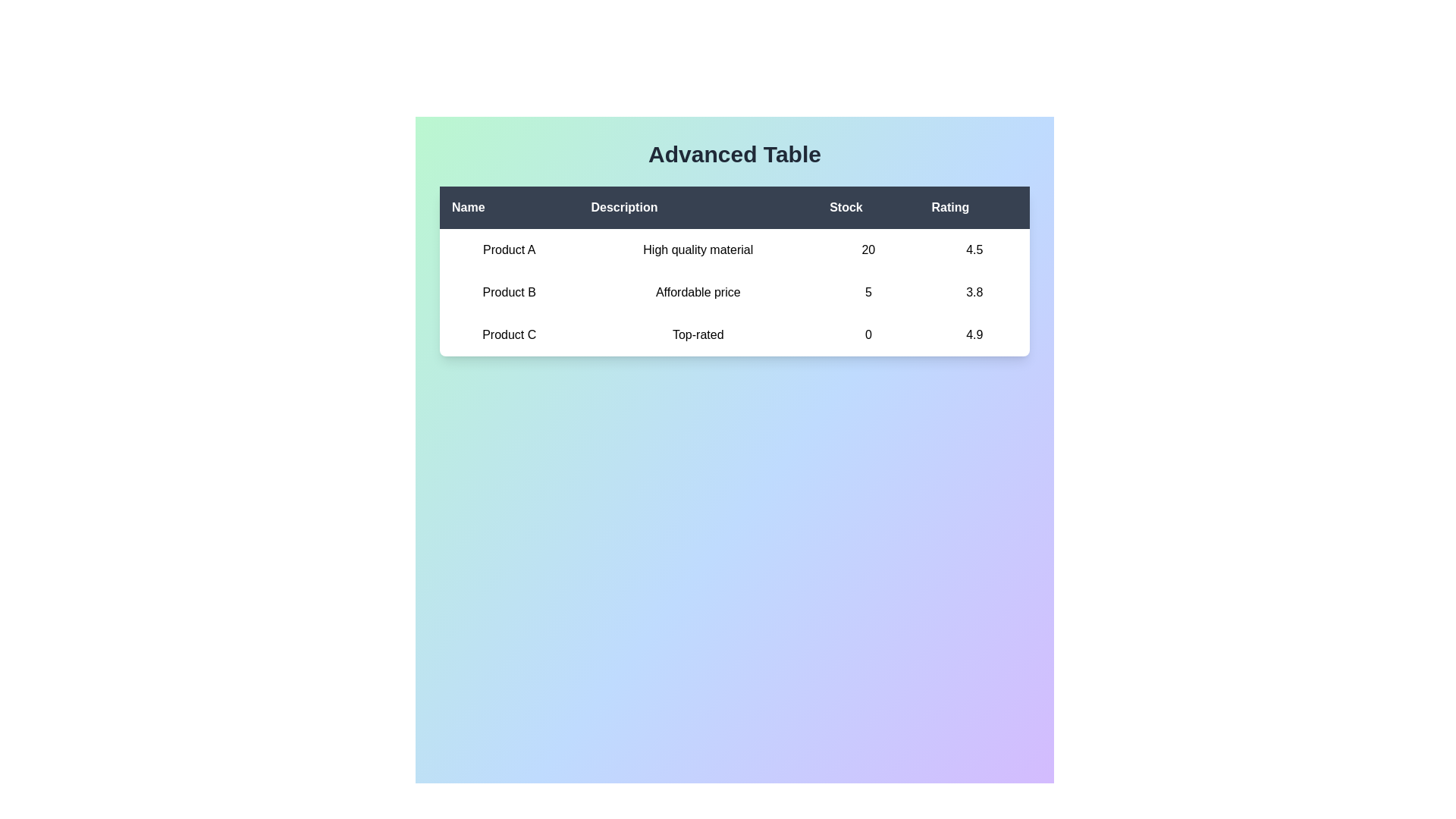  I want to click on the numerical text label displaying the value '4.9' under the 'Rating' column for 'Product C' to trigger potential UI interactions, so click(974, 334).